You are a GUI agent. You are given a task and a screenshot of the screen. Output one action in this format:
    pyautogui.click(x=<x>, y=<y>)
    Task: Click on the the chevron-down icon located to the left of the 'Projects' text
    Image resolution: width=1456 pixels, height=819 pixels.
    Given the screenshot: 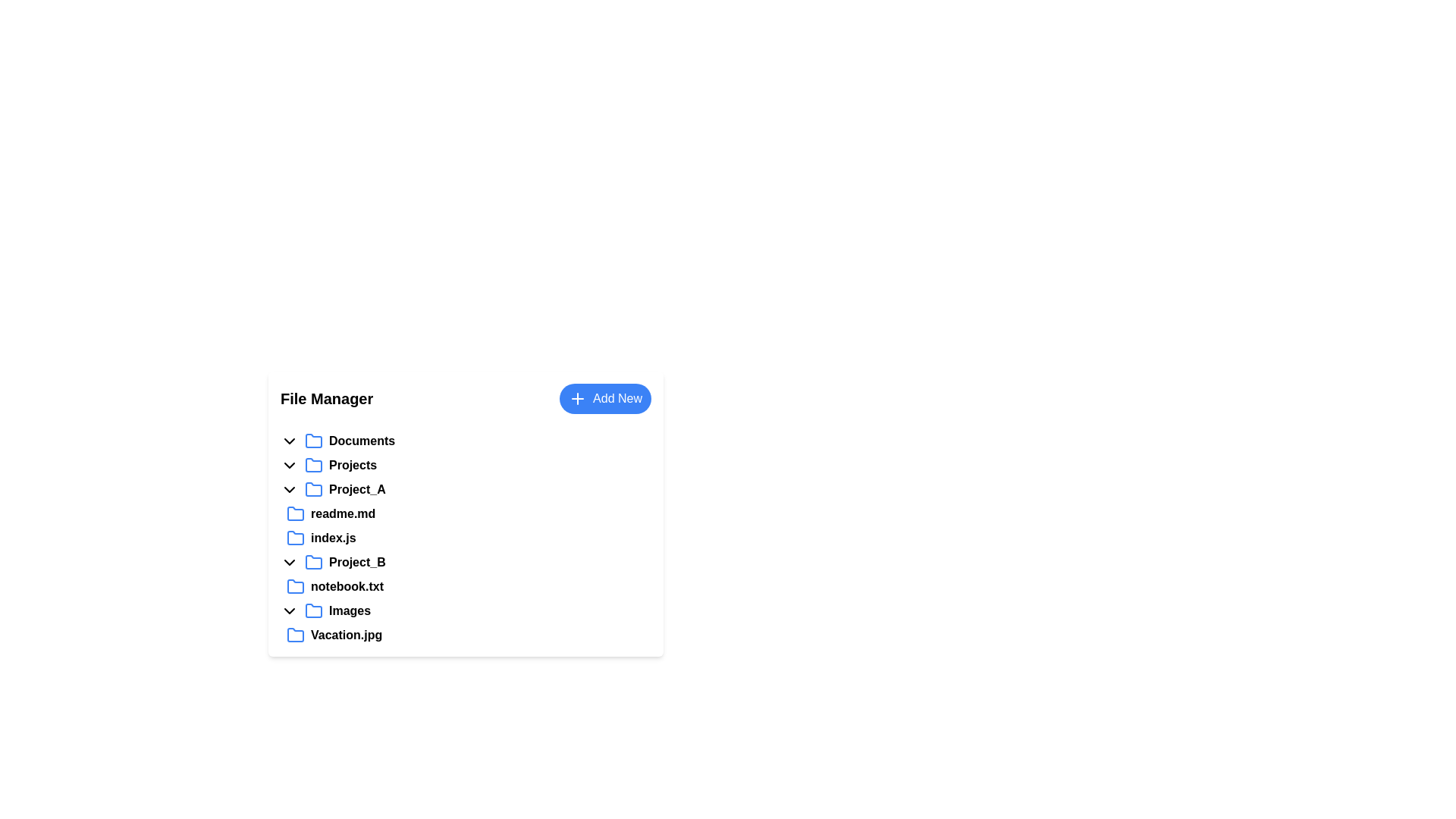 What is the action you would take?
    pyautogui.click(x=290, y=464)
    